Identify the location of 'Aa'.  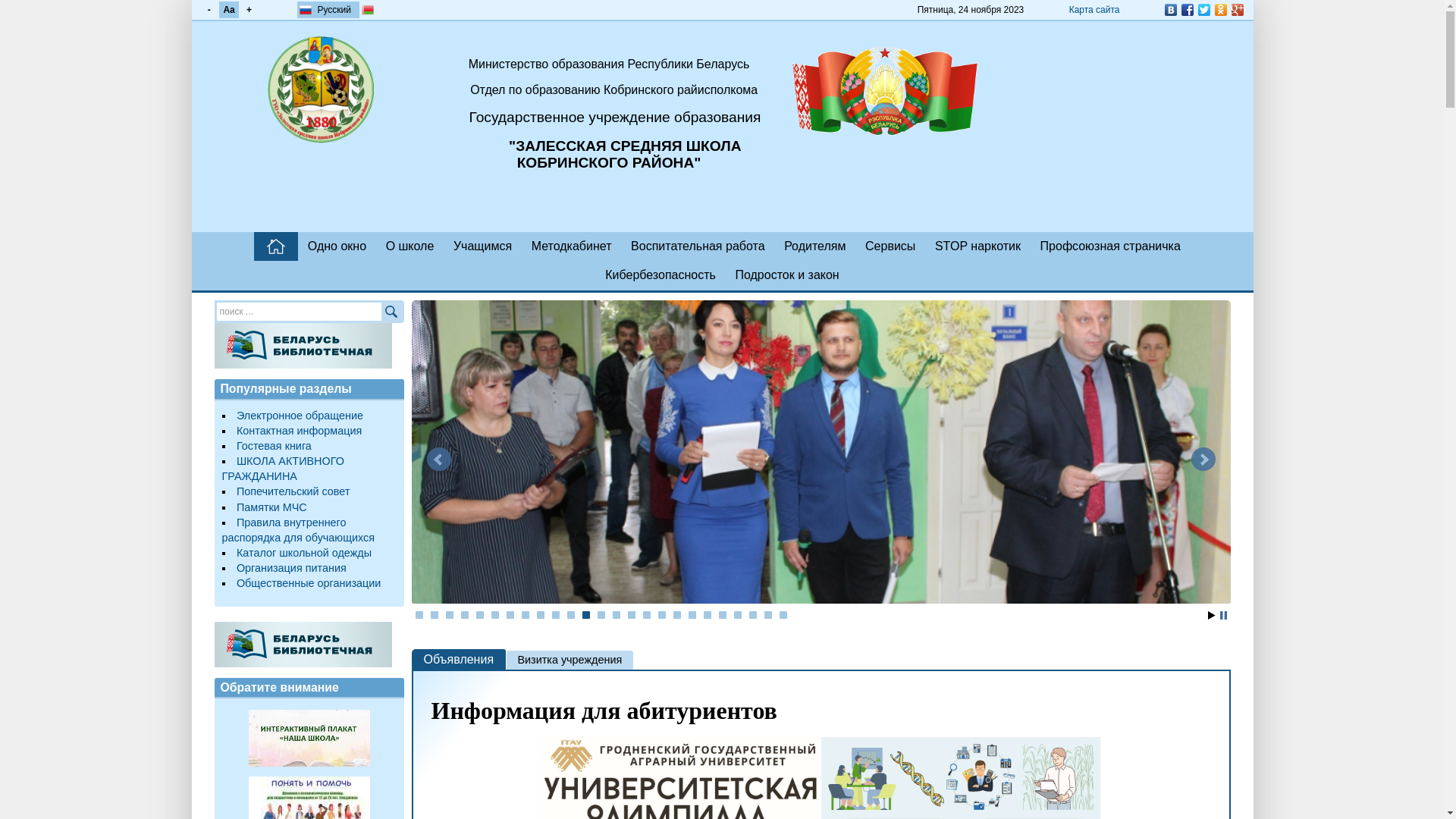
(218, 9).